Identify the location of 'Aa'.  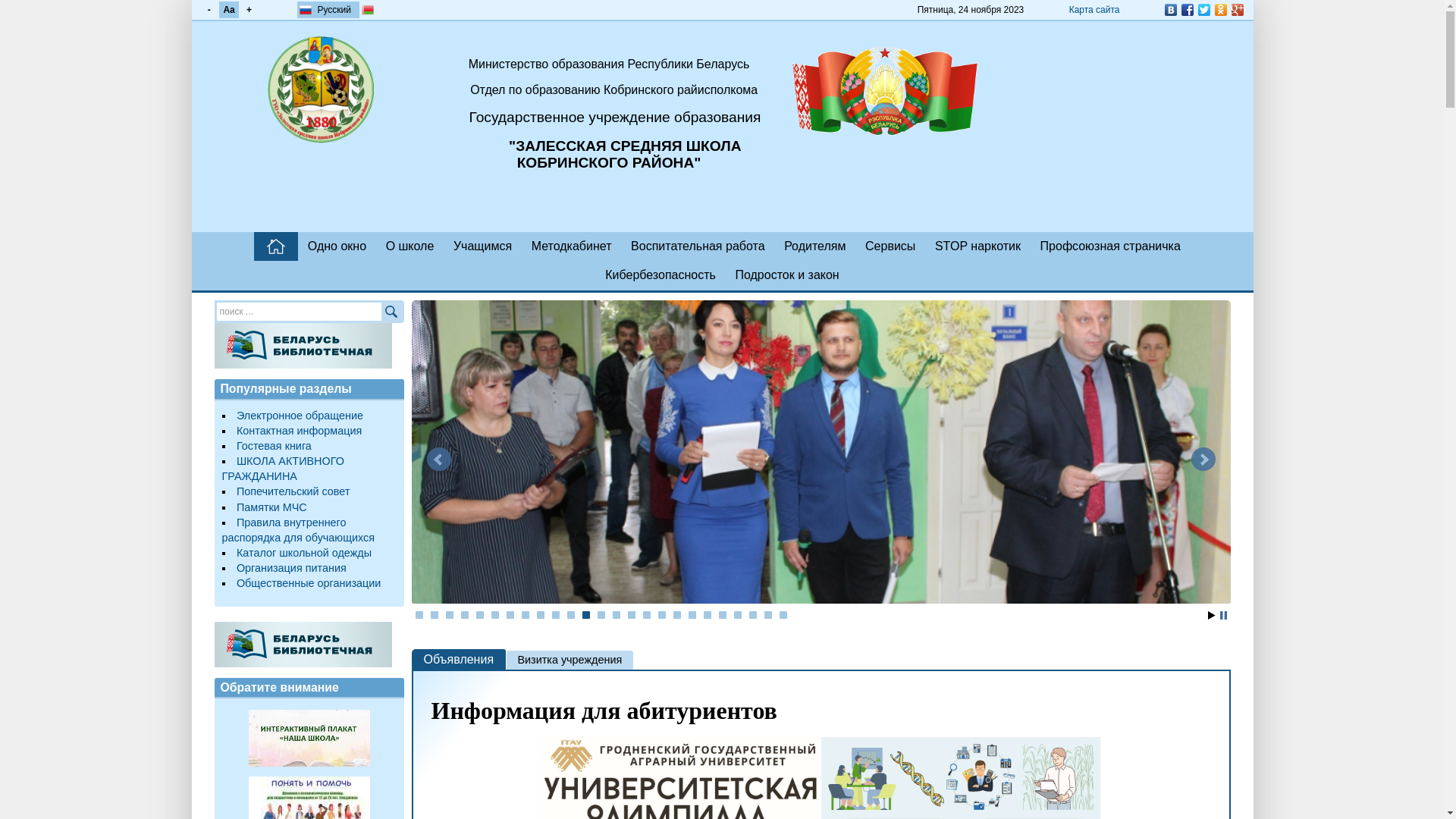
(218, 9).